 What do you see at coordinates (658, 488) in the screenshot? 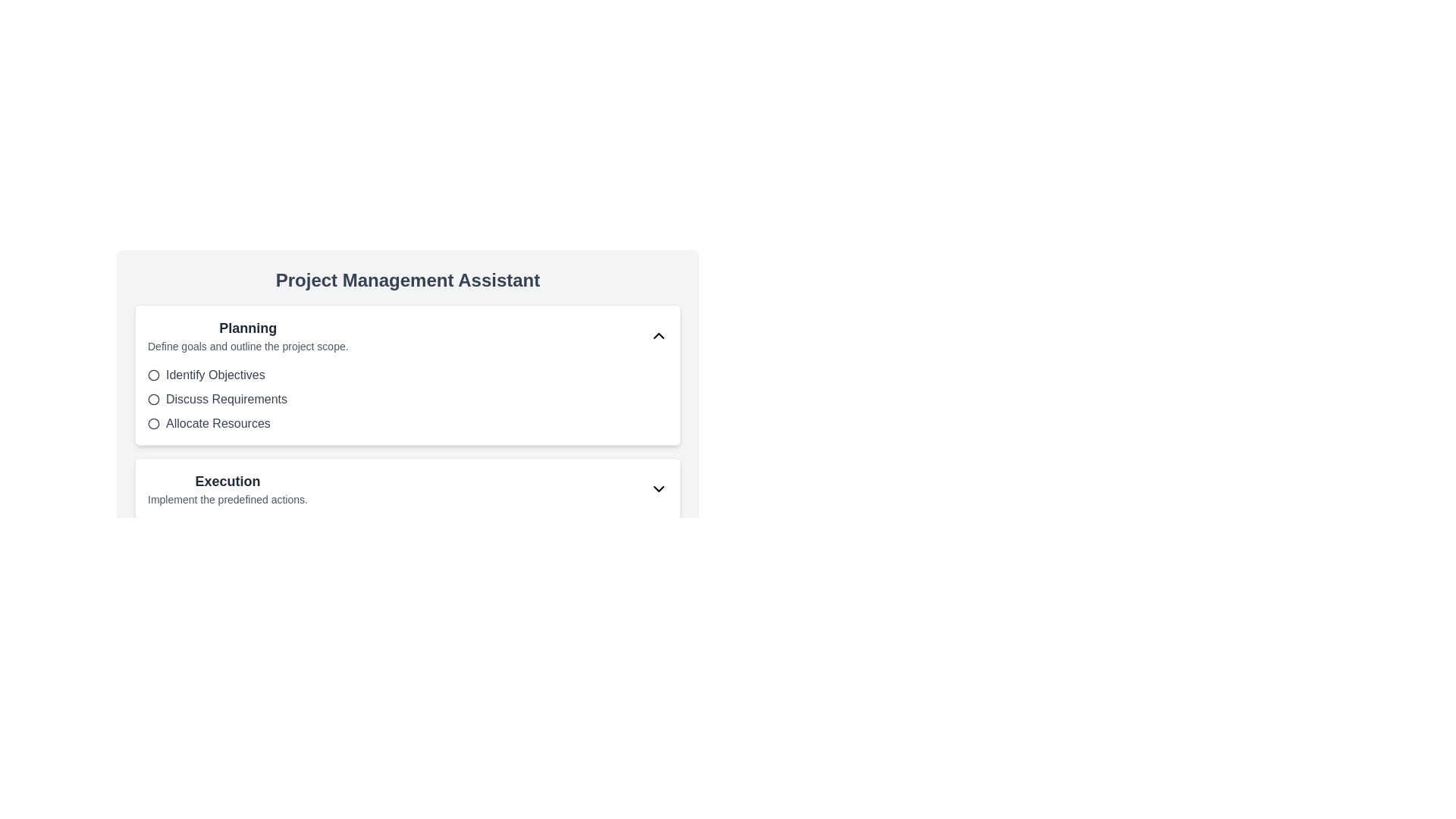
I see `the chevron icon located at the far right of the 'Execution' section header to observe its hover state` at bounding box center [658, 488].